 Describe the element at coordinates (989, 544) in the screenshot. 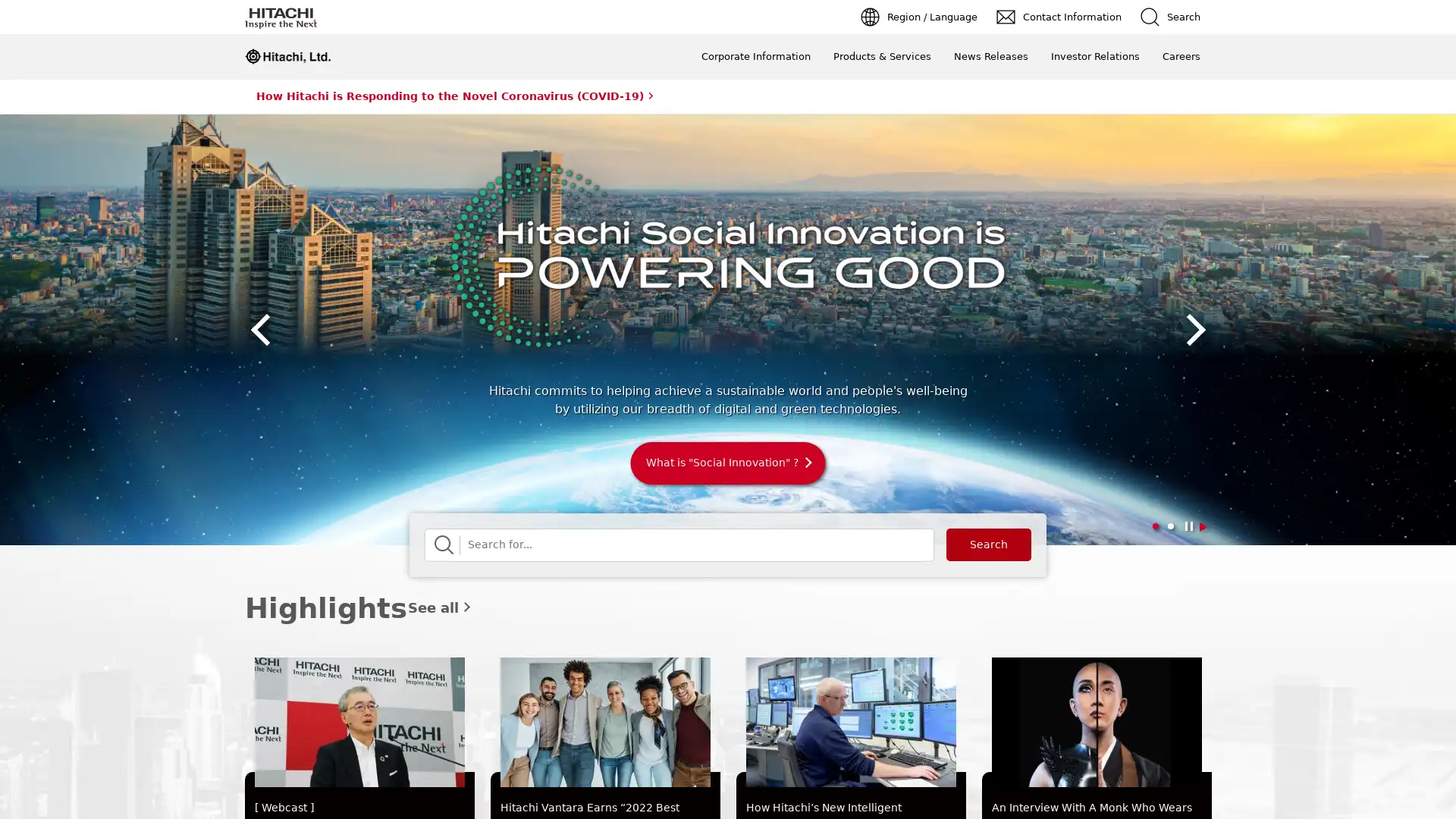

I see `Search` at that location.